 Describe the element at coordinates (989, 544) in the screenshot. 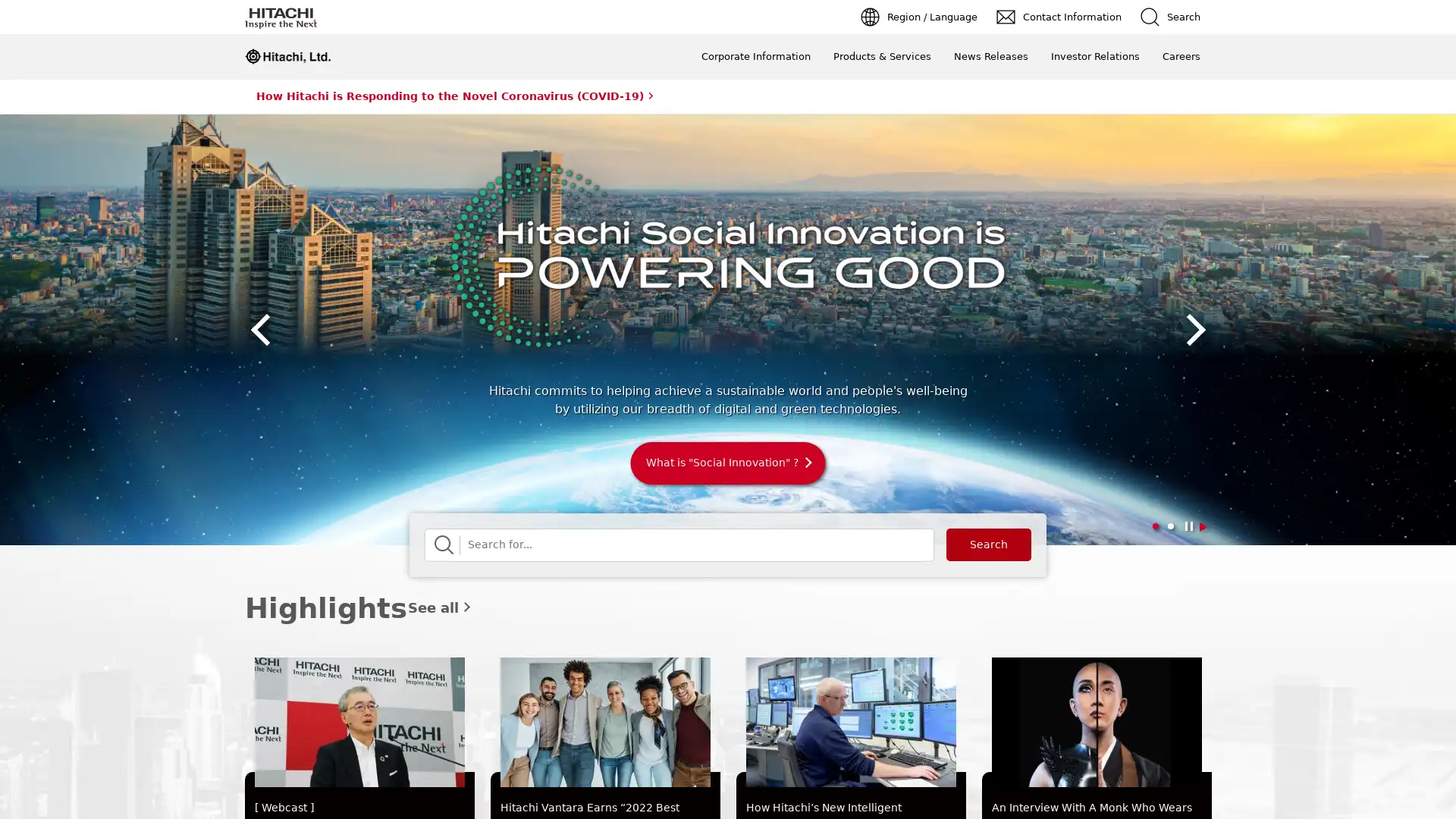

I see `Search` at that location.